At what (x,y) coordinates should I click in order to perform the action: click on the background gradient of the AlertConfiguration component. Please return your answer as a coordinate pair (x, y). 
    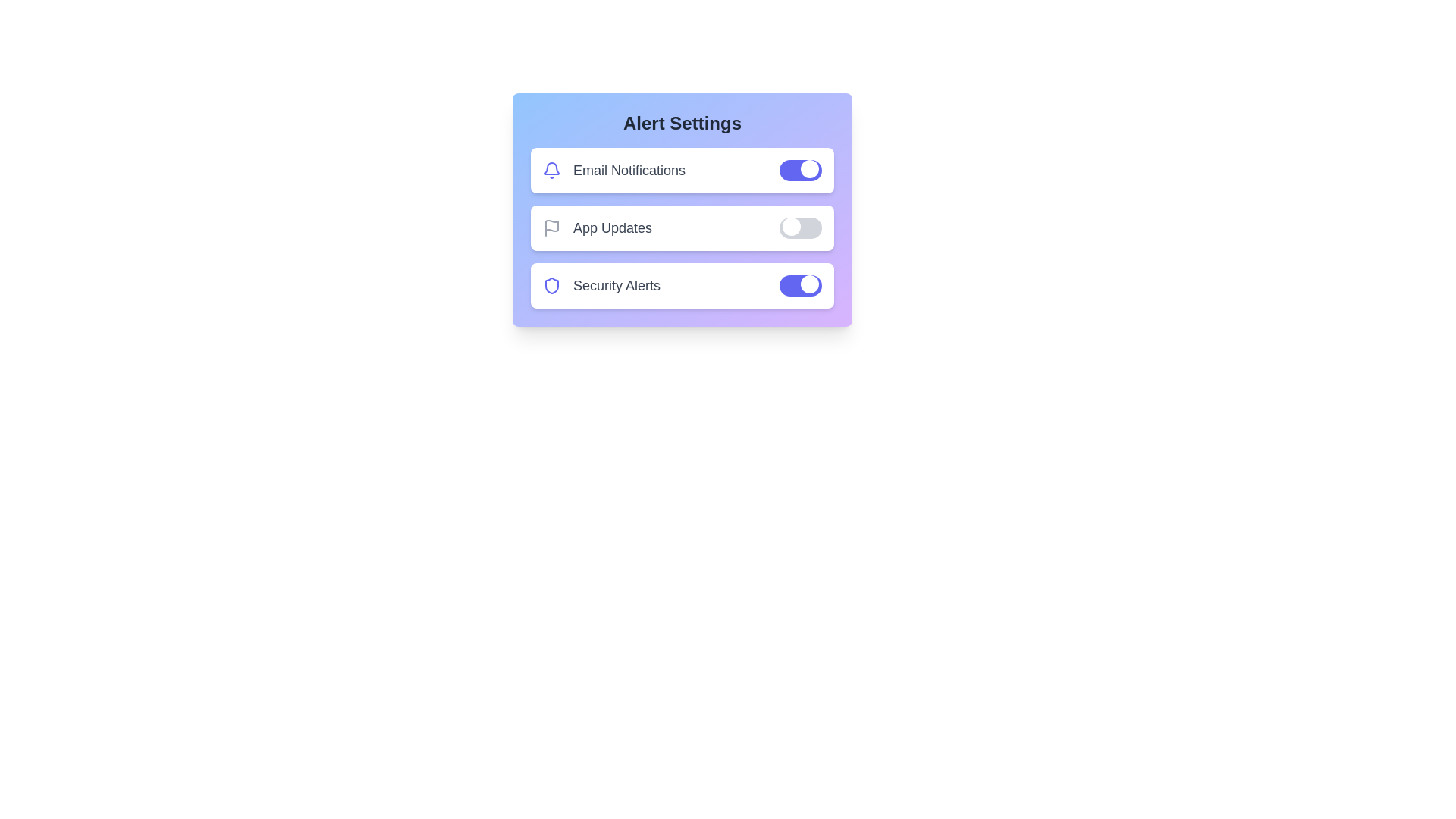
    Looking at the image, I should click on (682, 210).